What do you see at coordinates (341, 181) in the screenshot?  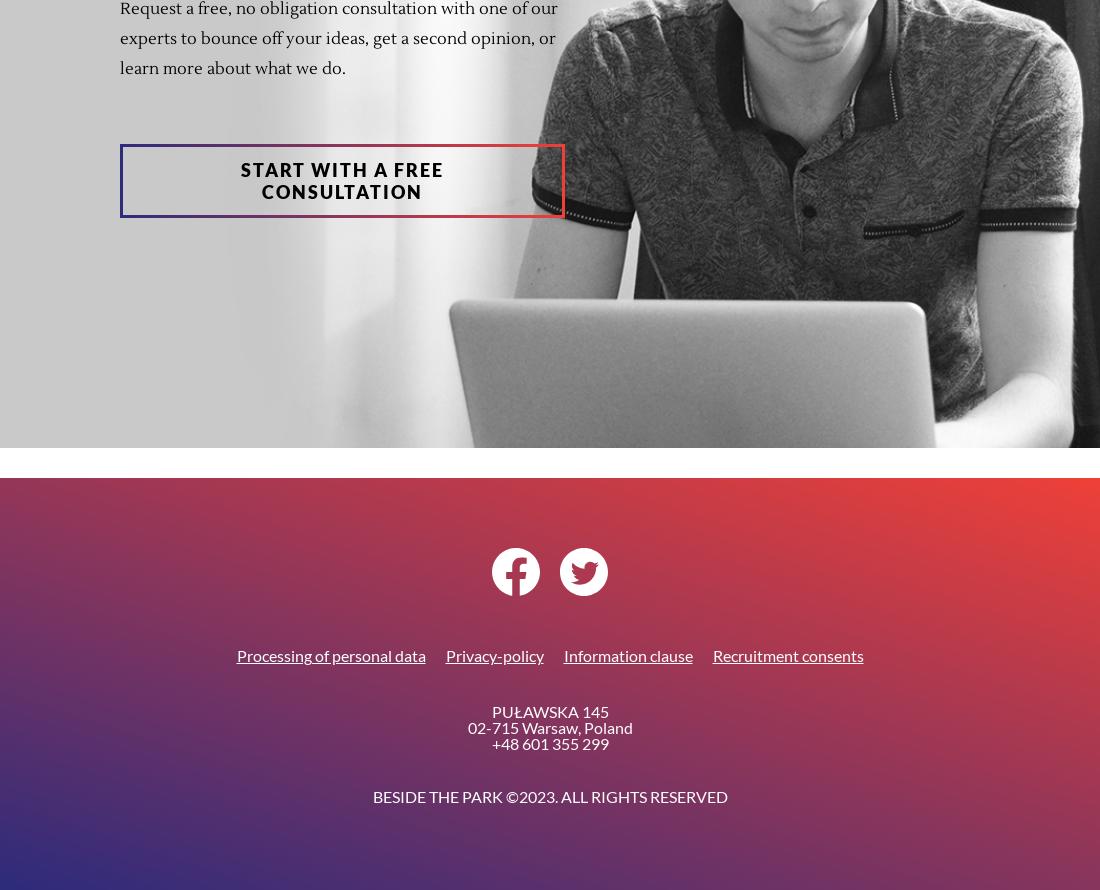 I see `'START WITH a free consultation'` at bounding box center [341, 181].